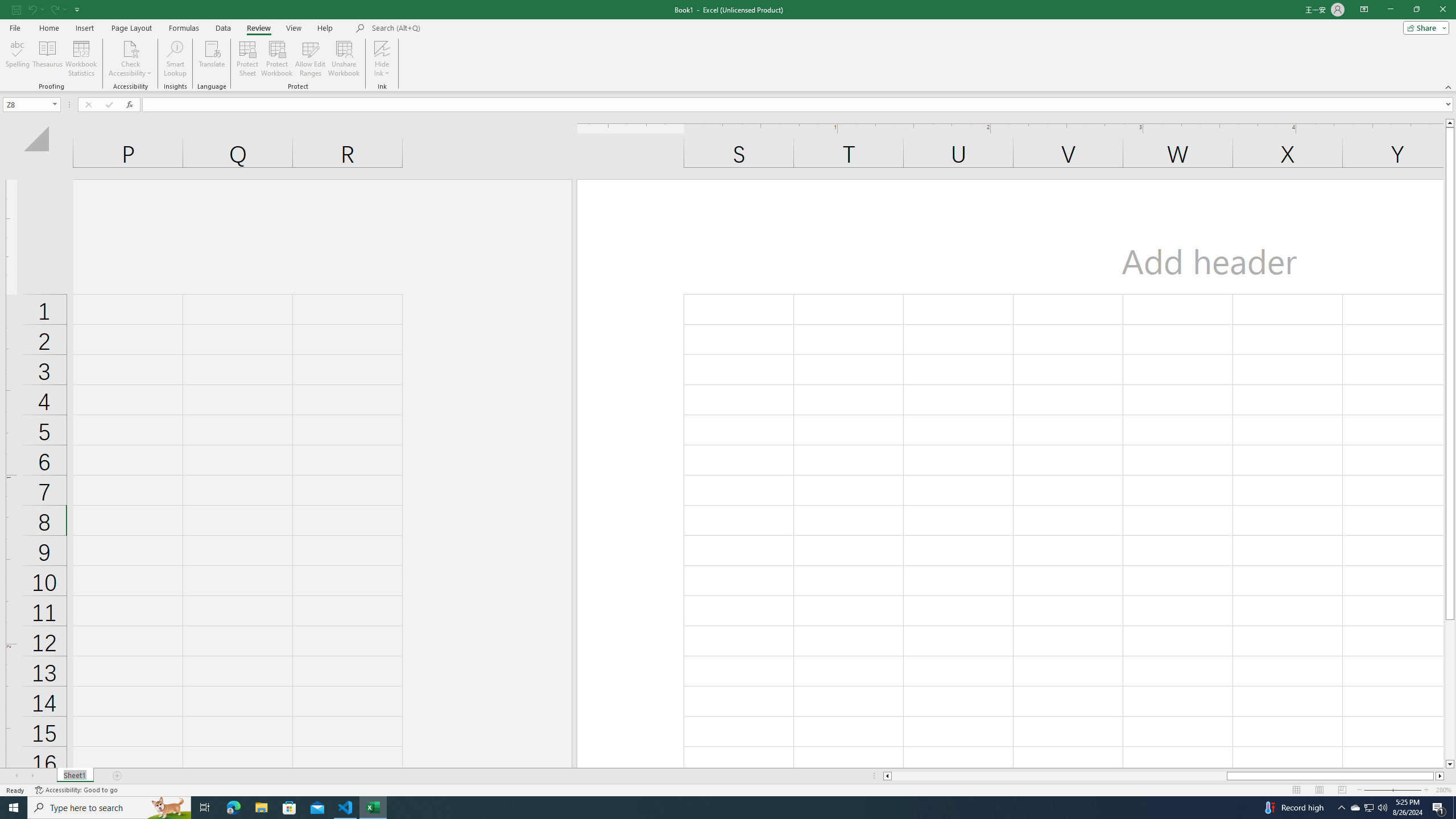 The height and width of the screenshot is (819, 1456). Describe the element at coordinates (185, 28) in the screenshot. I see `'Formulas'` at that location.